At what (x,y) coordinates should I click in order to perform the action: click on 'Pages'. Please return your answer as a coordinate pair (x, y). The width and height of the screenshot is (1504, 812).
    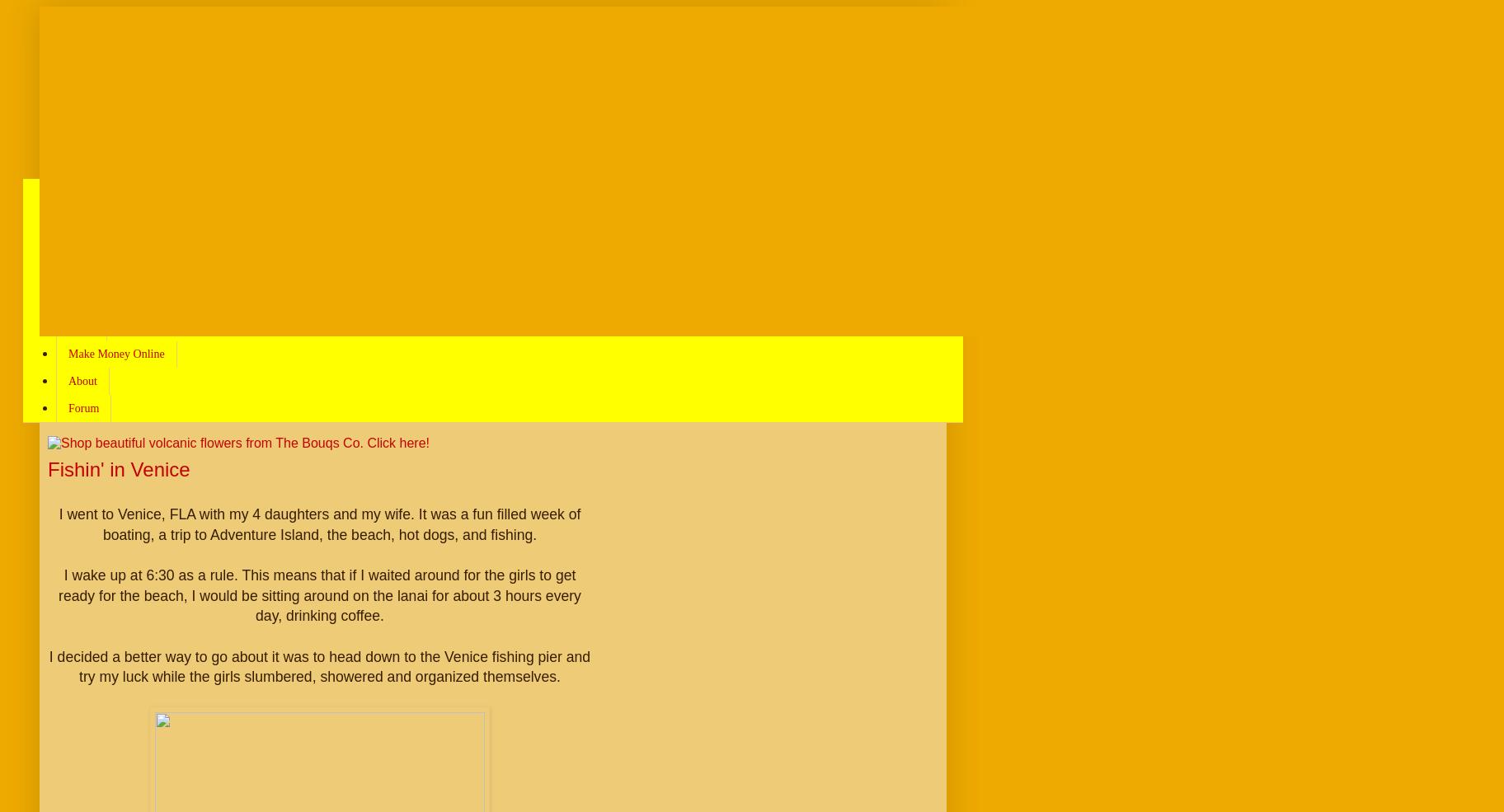
    Looking at the image, I should click on (74, 152).